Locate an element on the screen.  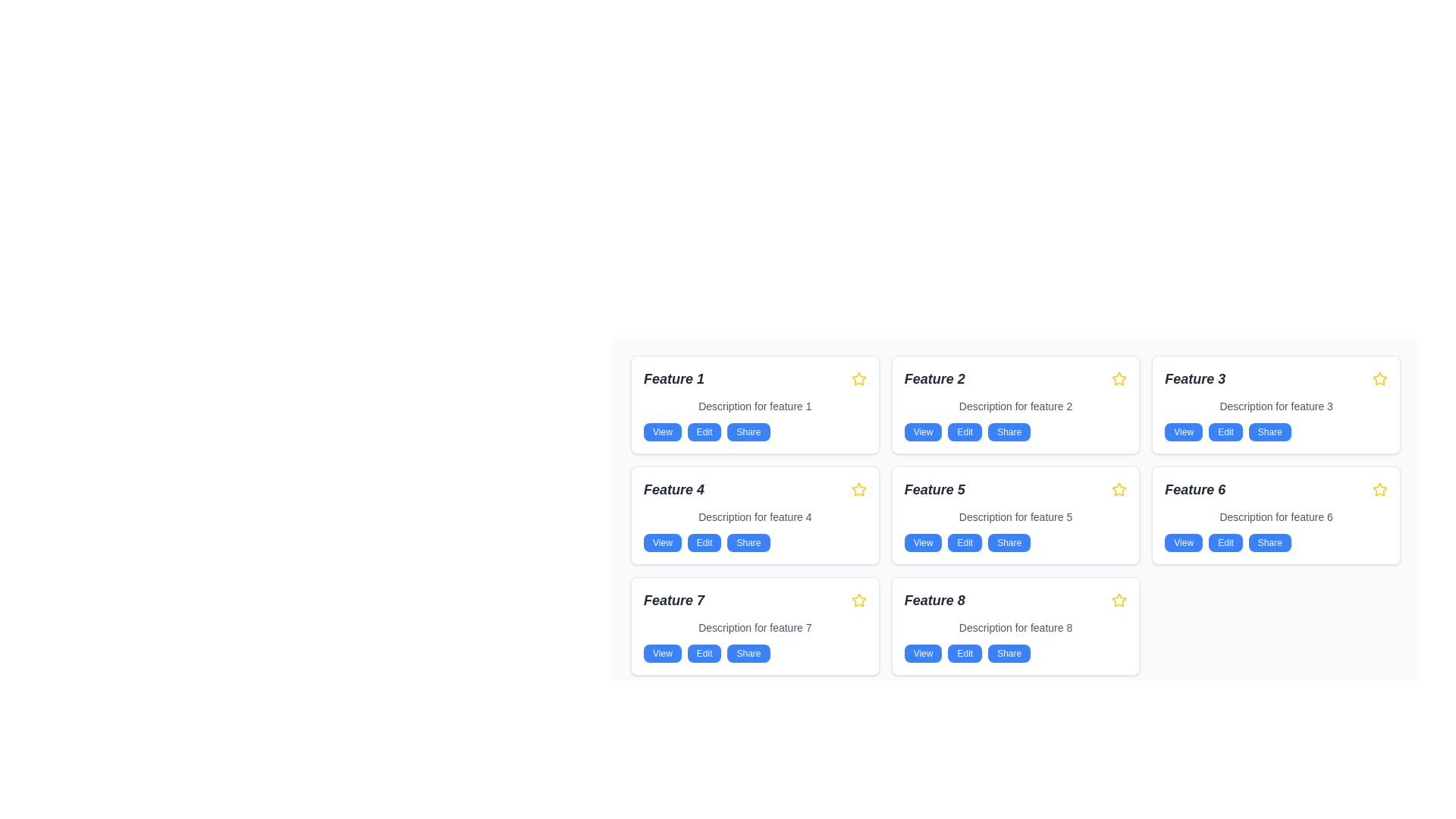
the 'Share' button in the Group of buttons labeled 'View', 'Edit', and 'Share' located at the bottom-right of the grid under the card labeled 'Feature 6' is located at coordinates (1276, 542).